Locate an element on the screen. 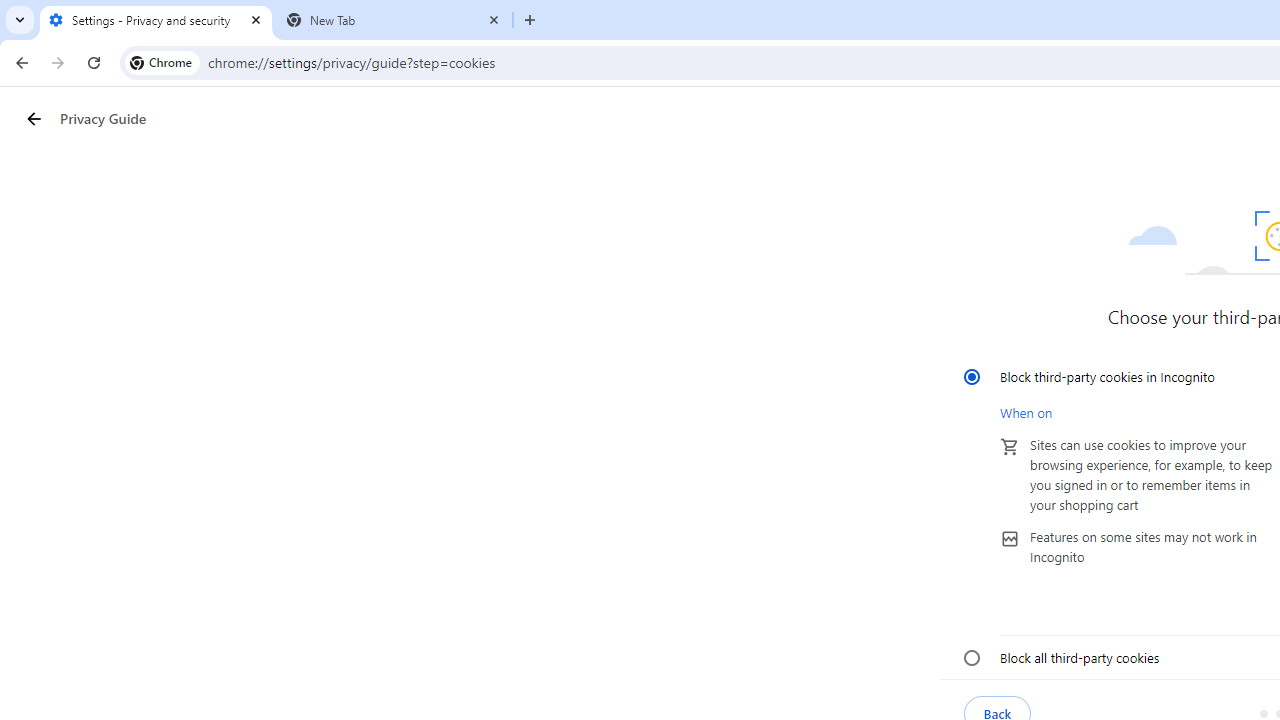 The width and height of the screenshot is (1280, 720). 'Privacy Guide back button' is located at coordinates (33, 119).